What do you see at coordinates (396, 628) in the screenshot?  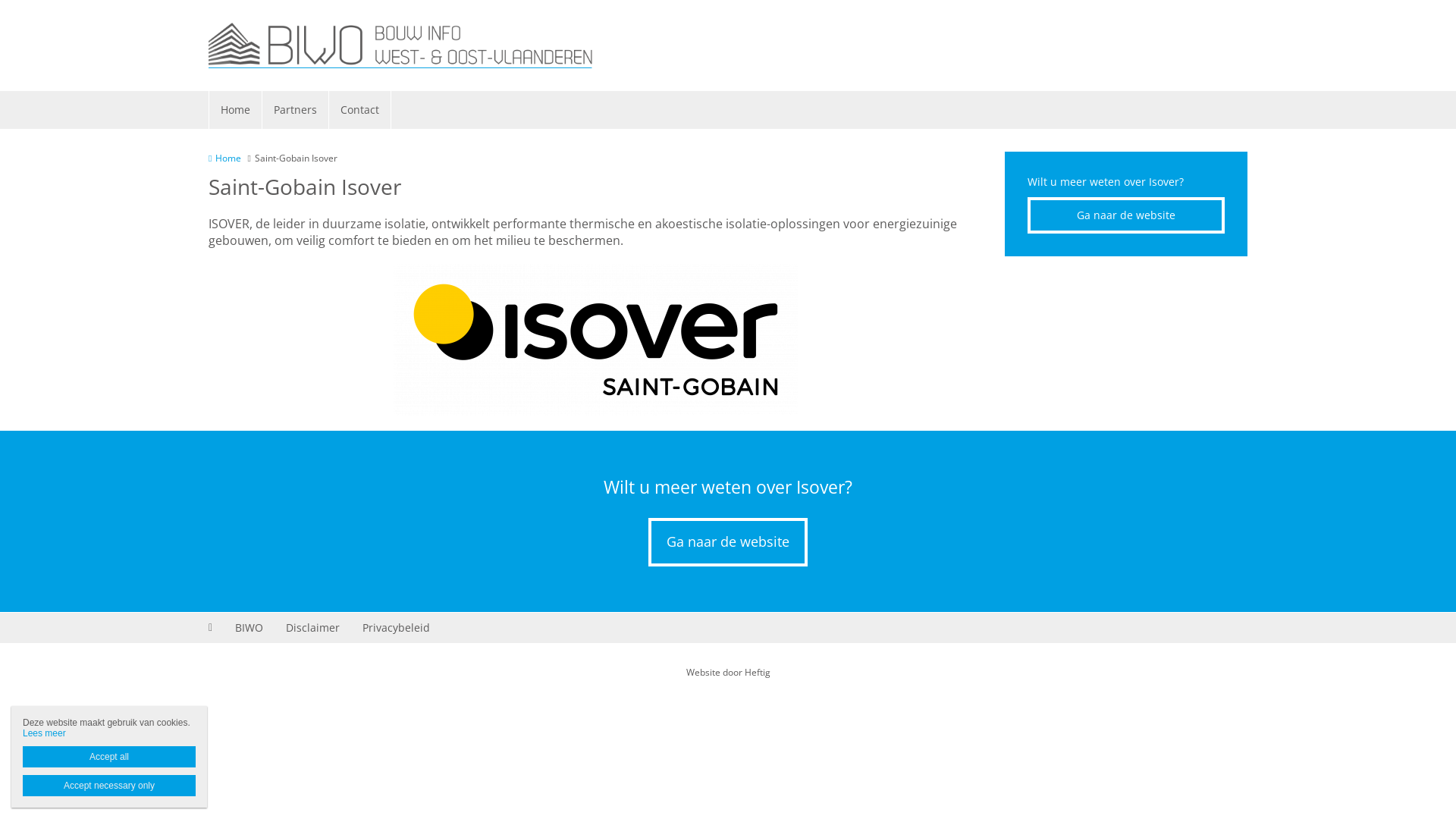 I see `'Privacybeleid'` at bounding box center [396, 628].